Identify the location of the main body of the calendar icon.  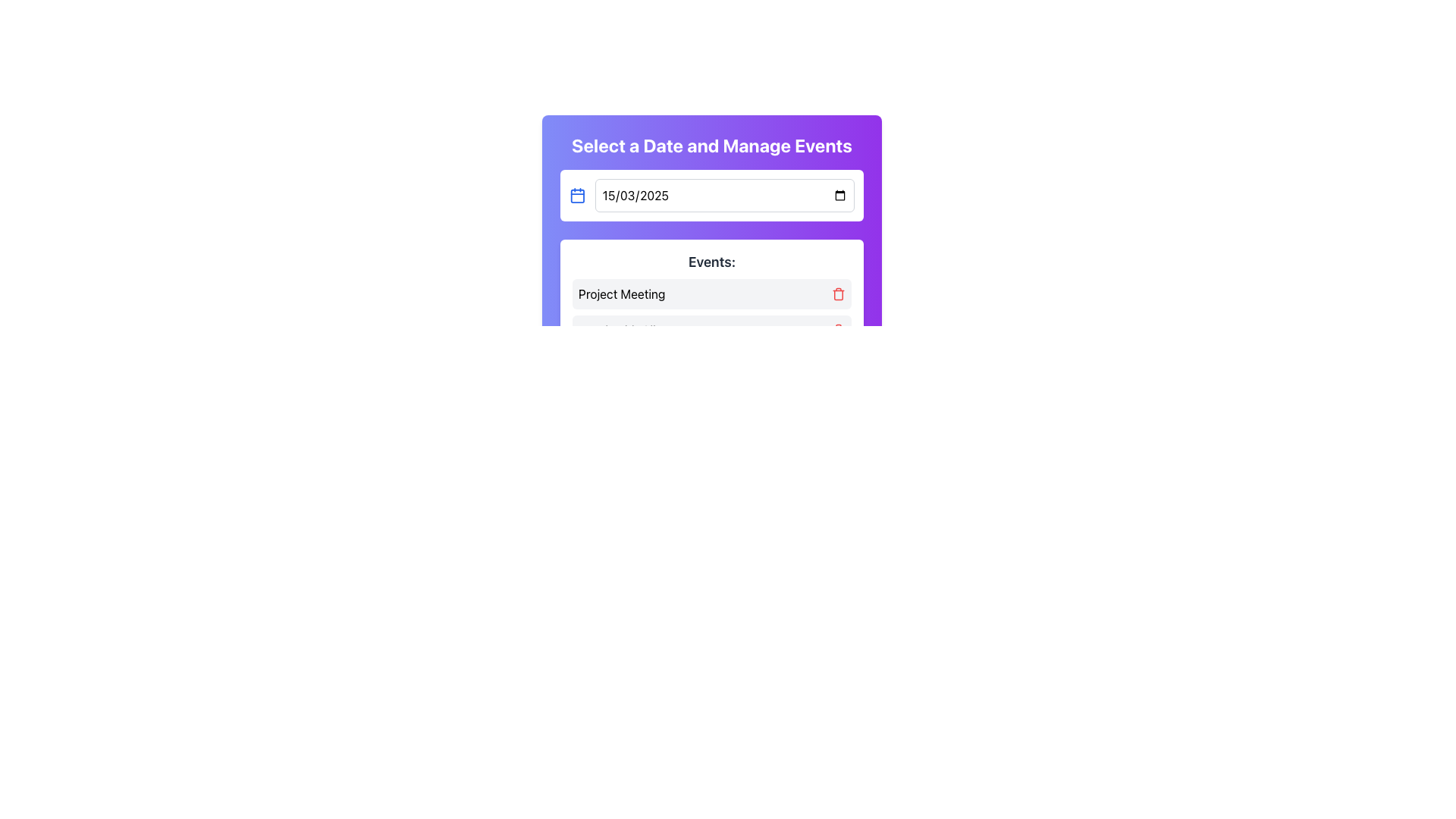
(576, 195).